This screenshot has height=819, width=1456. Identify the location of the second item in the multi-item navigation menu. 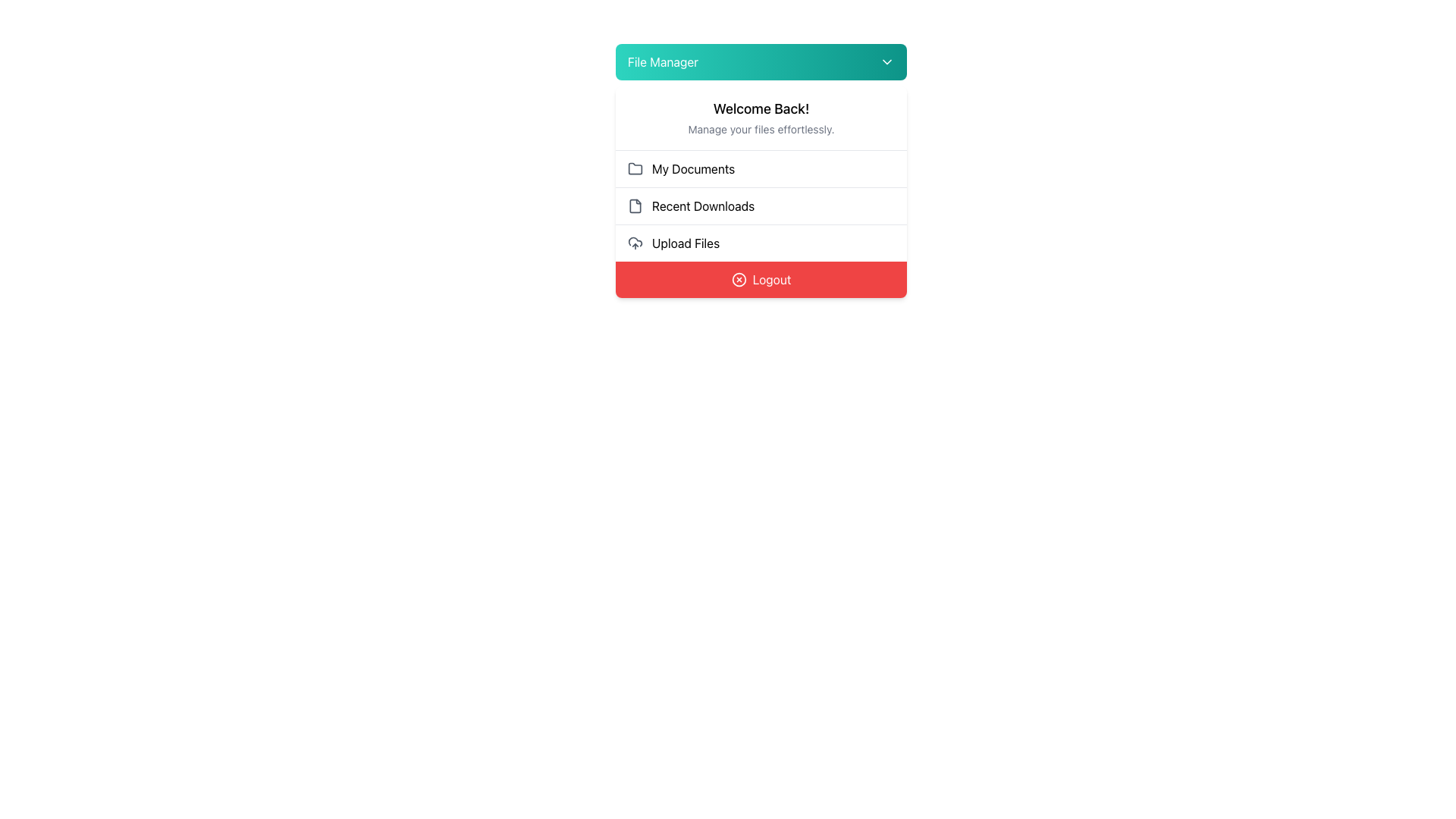
(761, 206).